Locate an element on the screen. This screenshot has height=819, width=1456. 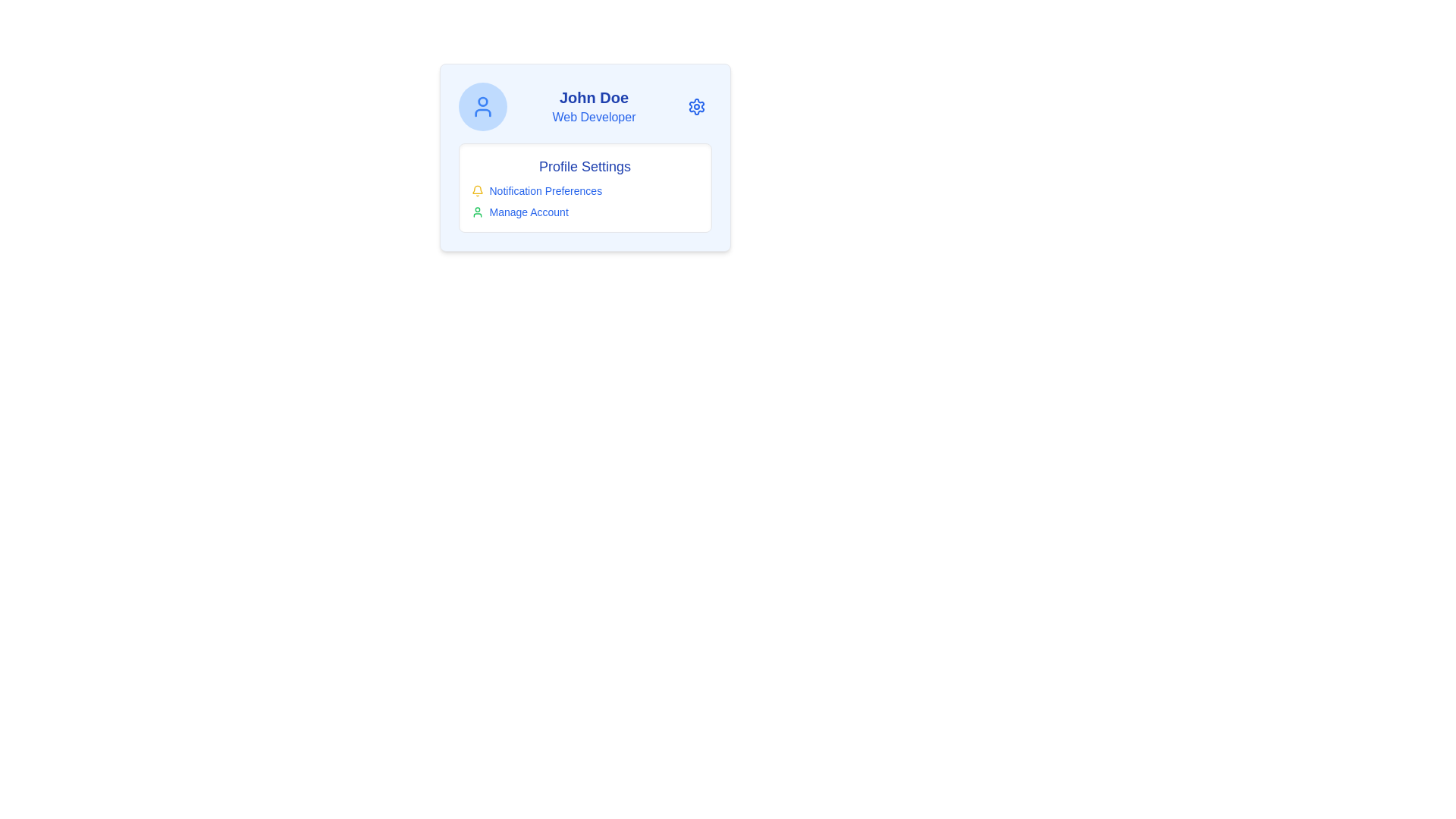
the textual display element that shows the user's name and role, located between the user profile icon and the gear icon in the header section of the card layout is located at coordinates (593, 106).